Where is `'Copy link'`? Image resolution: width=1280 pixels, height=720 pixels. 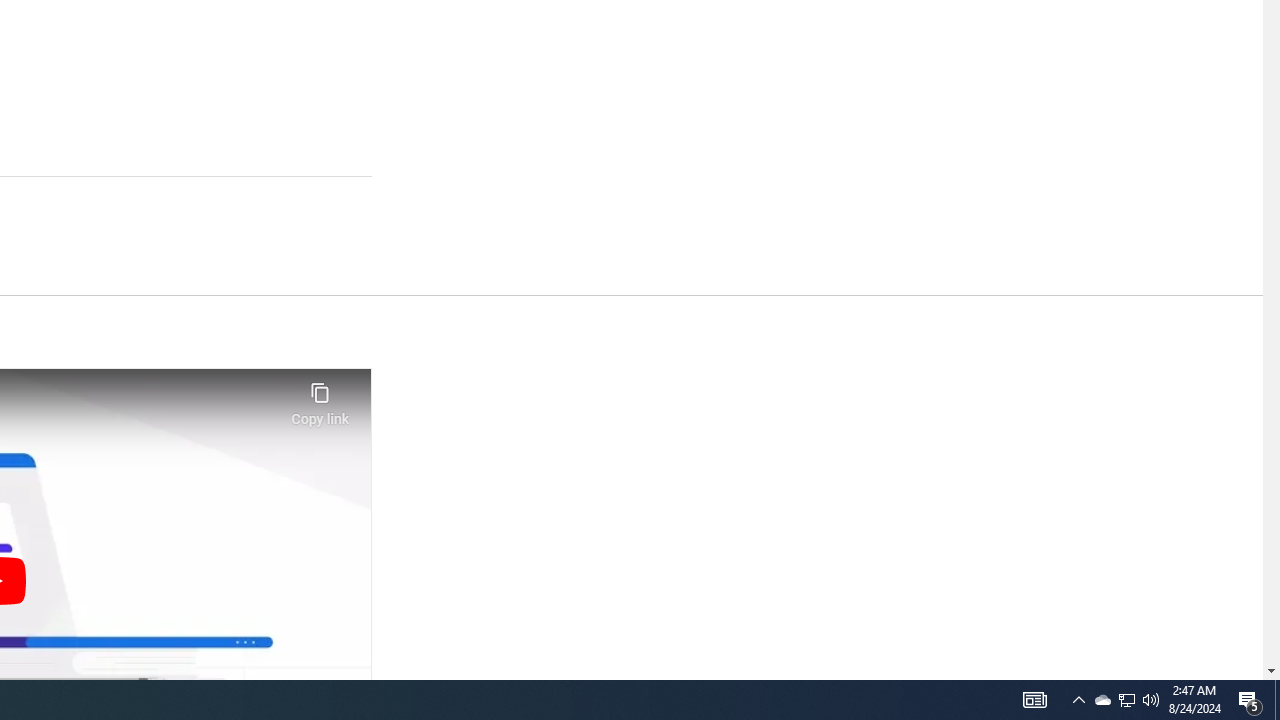 'Copy link' is located at coordinates (320, 398).